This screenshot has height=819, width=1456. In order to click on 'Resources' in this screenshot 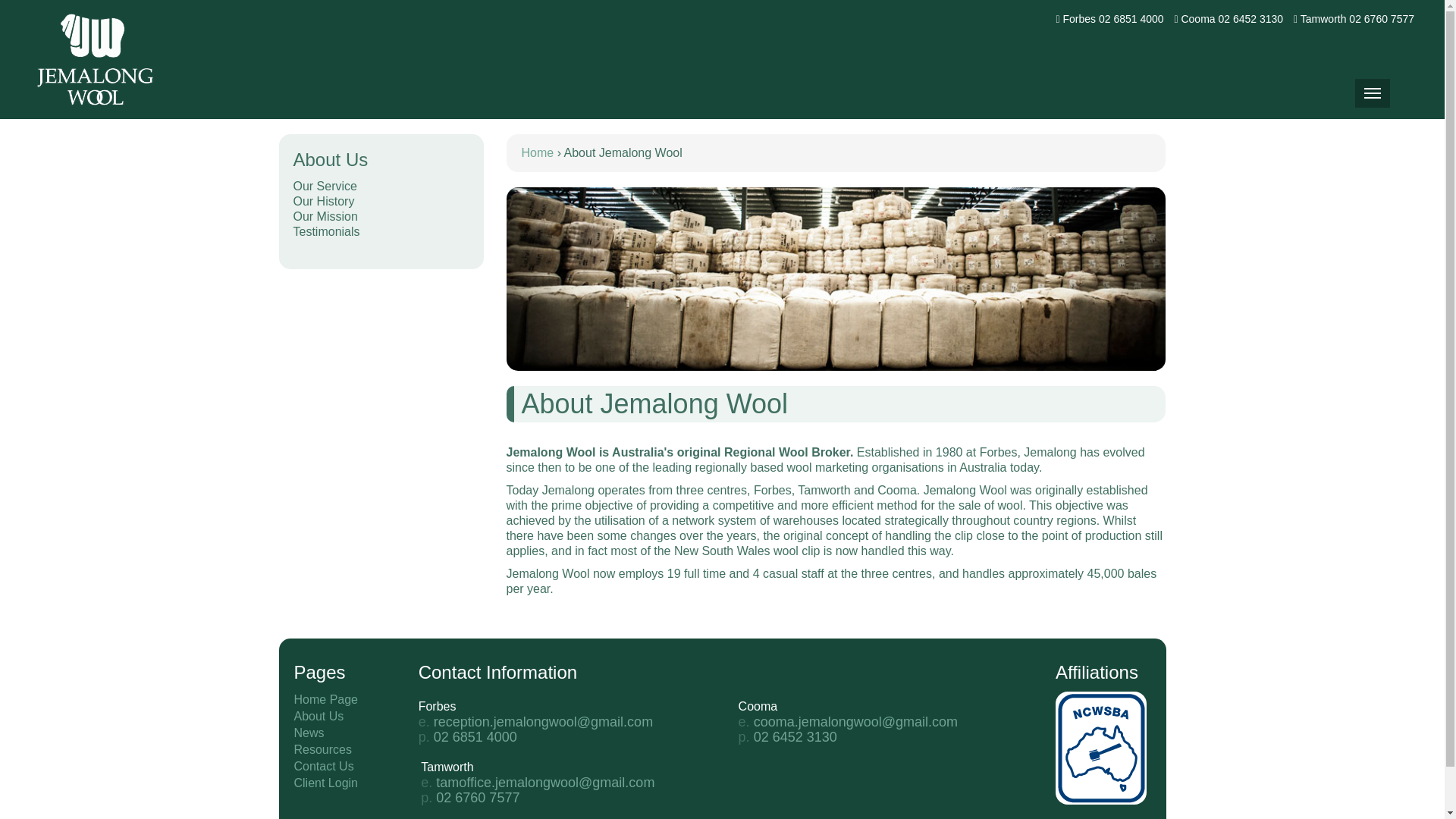, I will do `click(322, 748)`.